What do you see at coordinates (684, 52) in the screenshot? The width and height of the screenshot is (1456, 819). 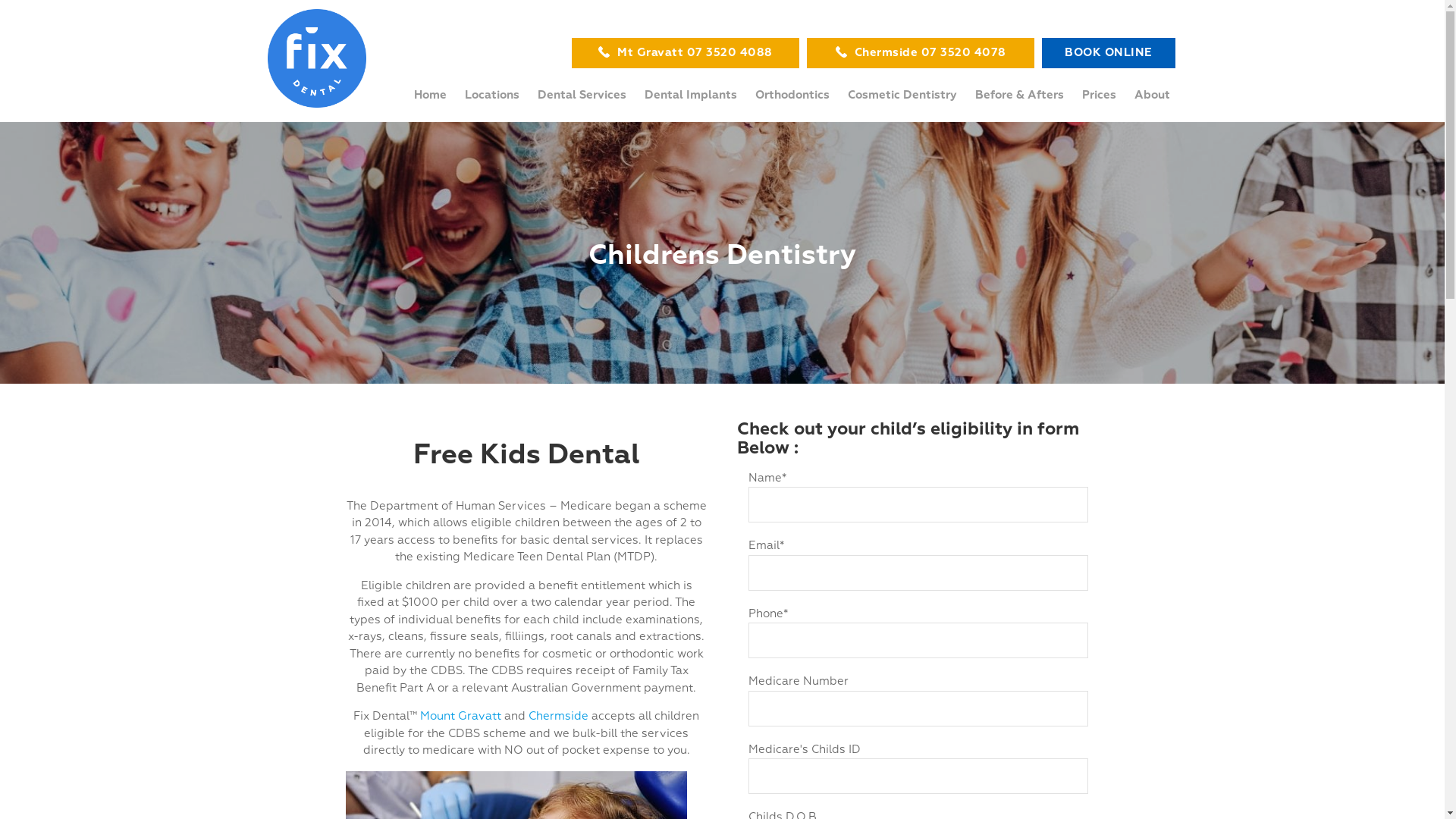 I see `'Mt Gravatt 07 3520 4088'` at bounding box center [684, 52].